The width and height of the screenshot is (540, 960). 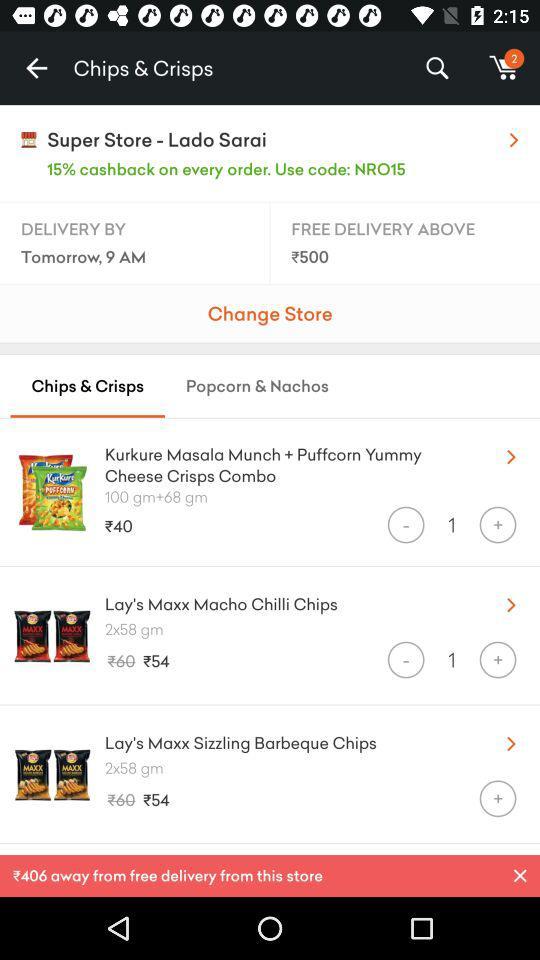 I want to click on the % item, so click(x=436, y=68).